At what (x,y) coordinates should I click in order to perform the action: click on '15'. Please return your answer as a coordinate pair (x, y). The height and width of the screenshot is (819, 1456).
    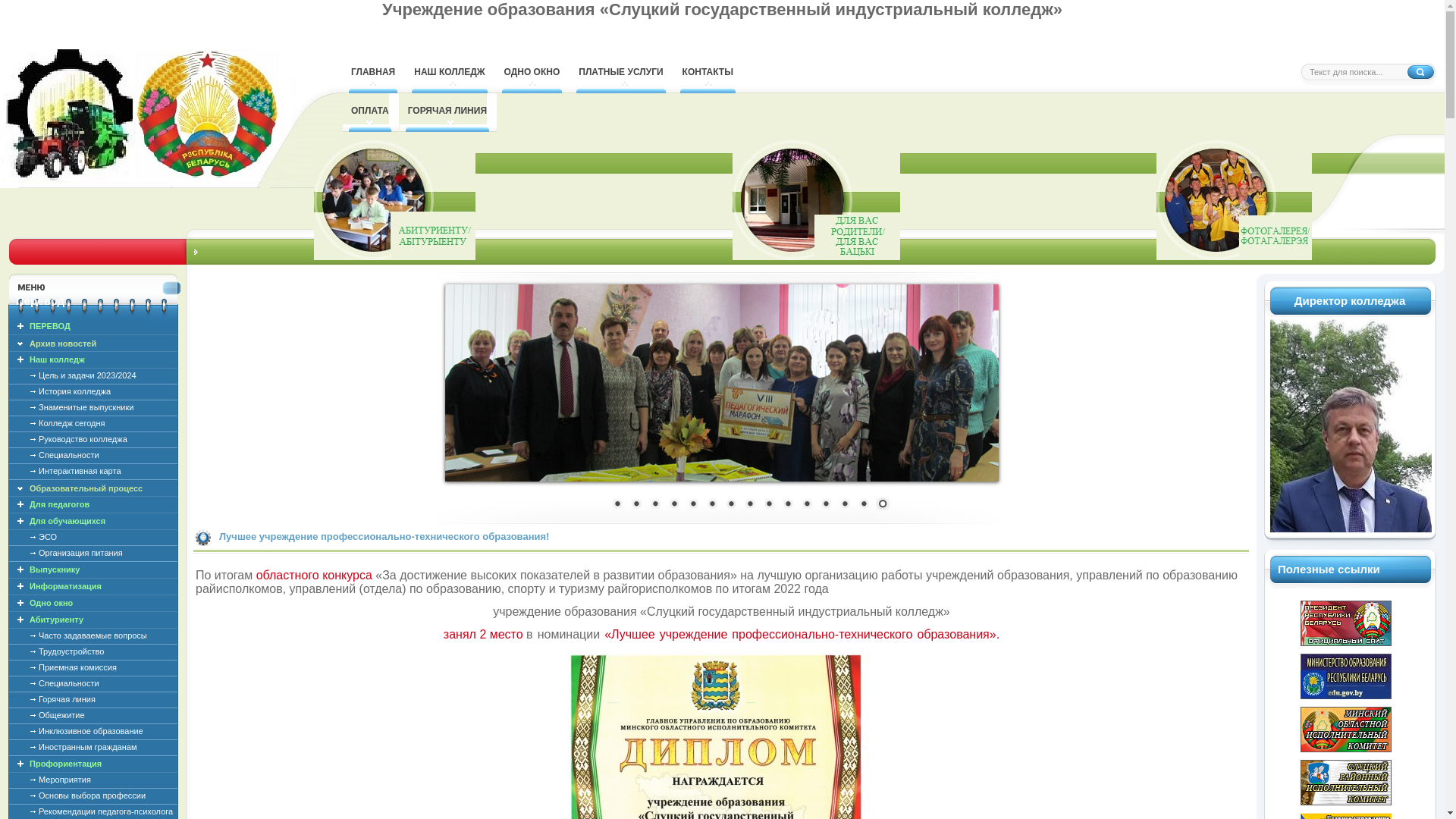
    Looking at the image, I should click on (881, 505).